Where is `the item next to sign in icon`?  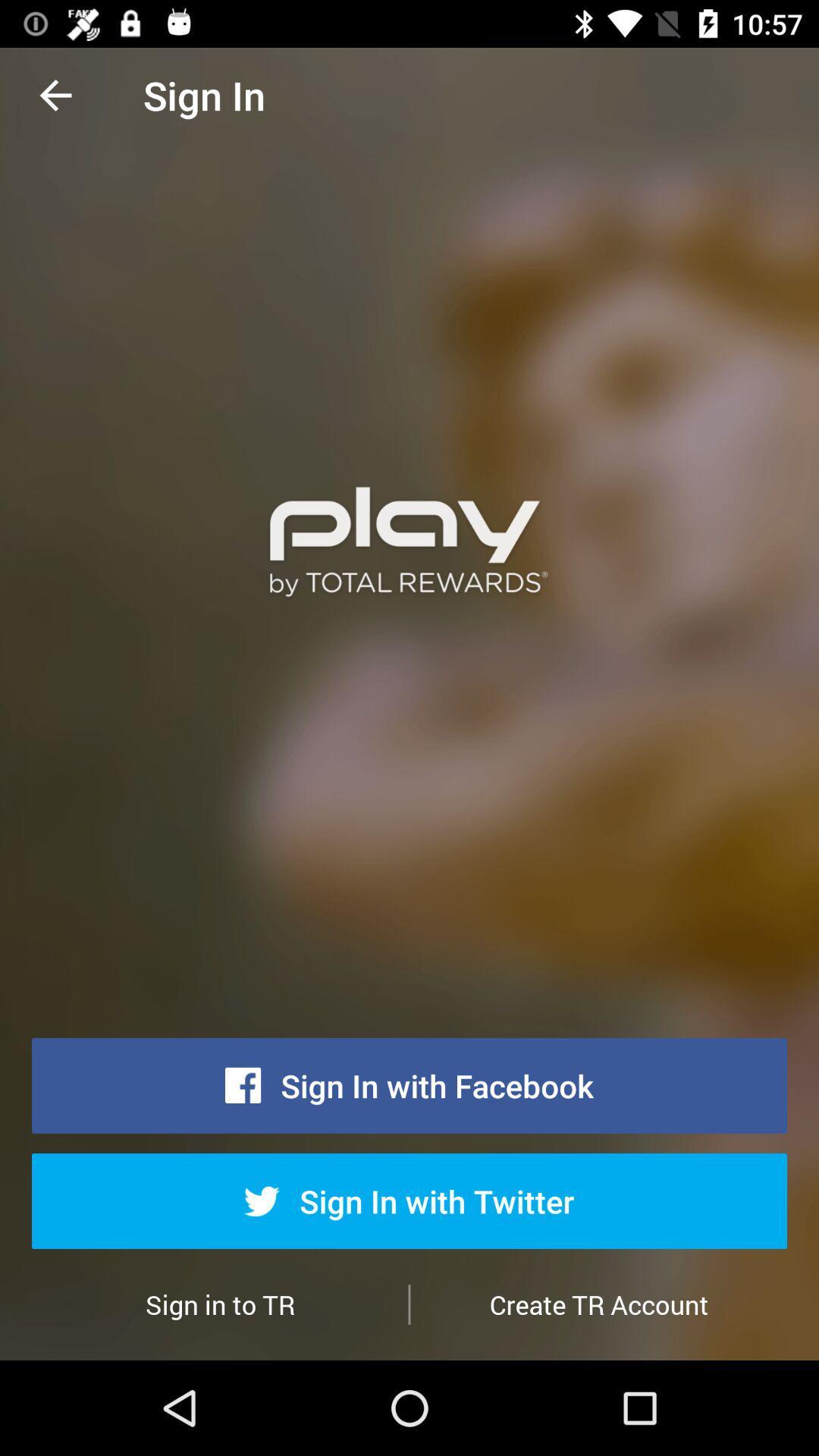 the item next to sign in icon is located at coordinates (55, 94).